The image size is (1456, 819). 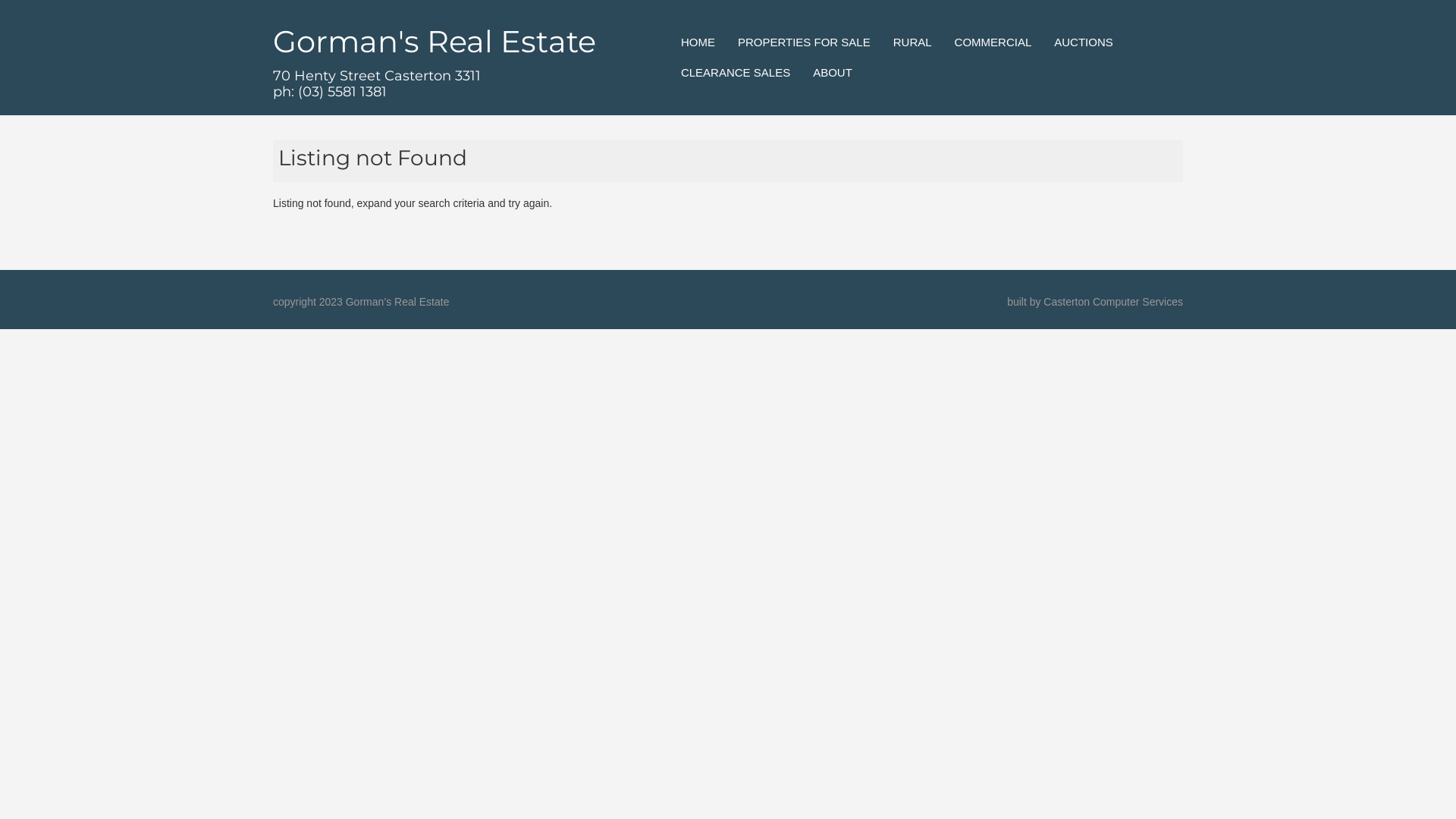 I want to click on 'ABOUT', so click(x=832, y=73).